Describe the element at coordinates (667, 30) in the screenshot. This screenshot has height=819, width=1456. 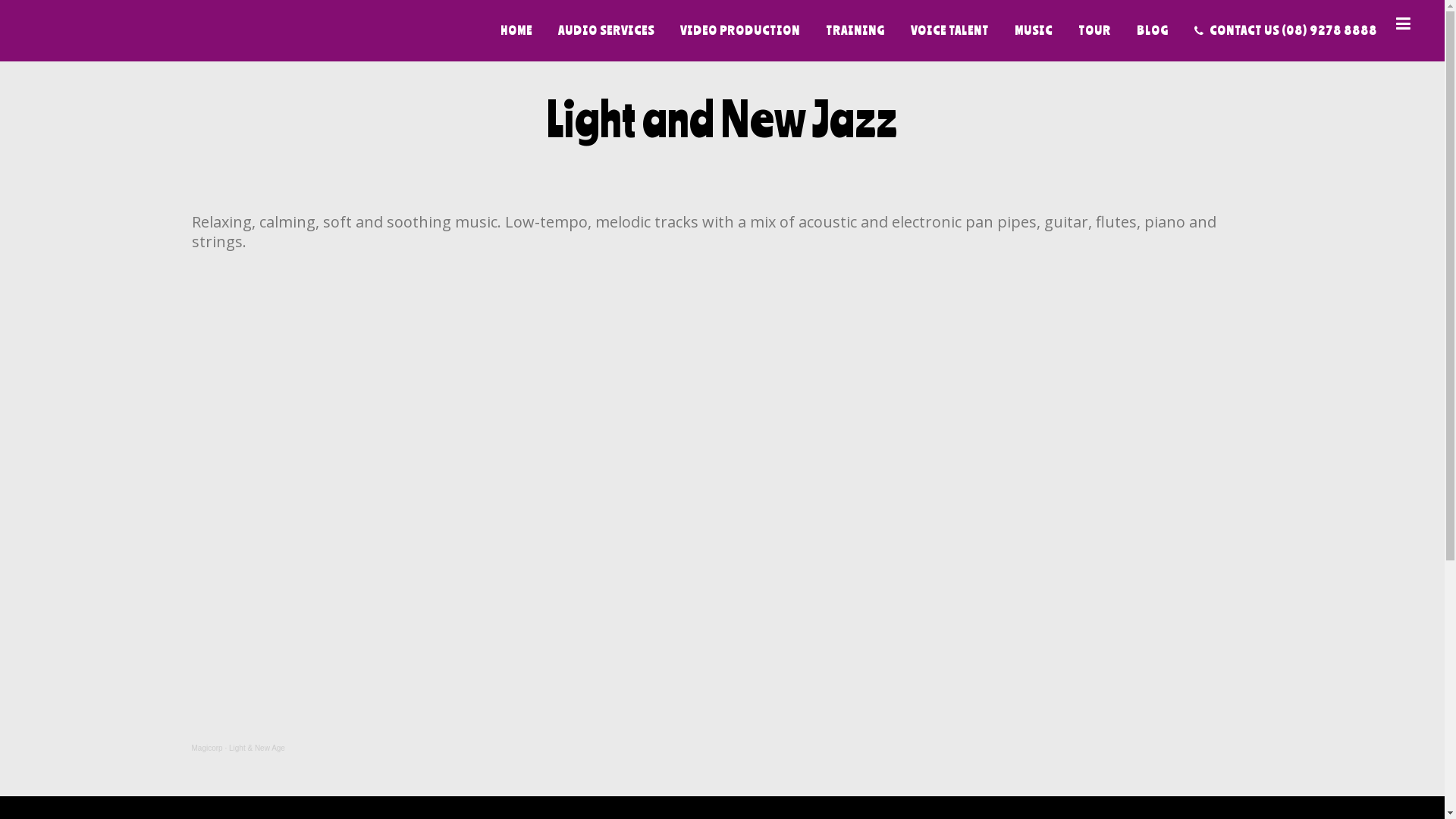
I see `'VIDEO PRODUCTION'` at that location.